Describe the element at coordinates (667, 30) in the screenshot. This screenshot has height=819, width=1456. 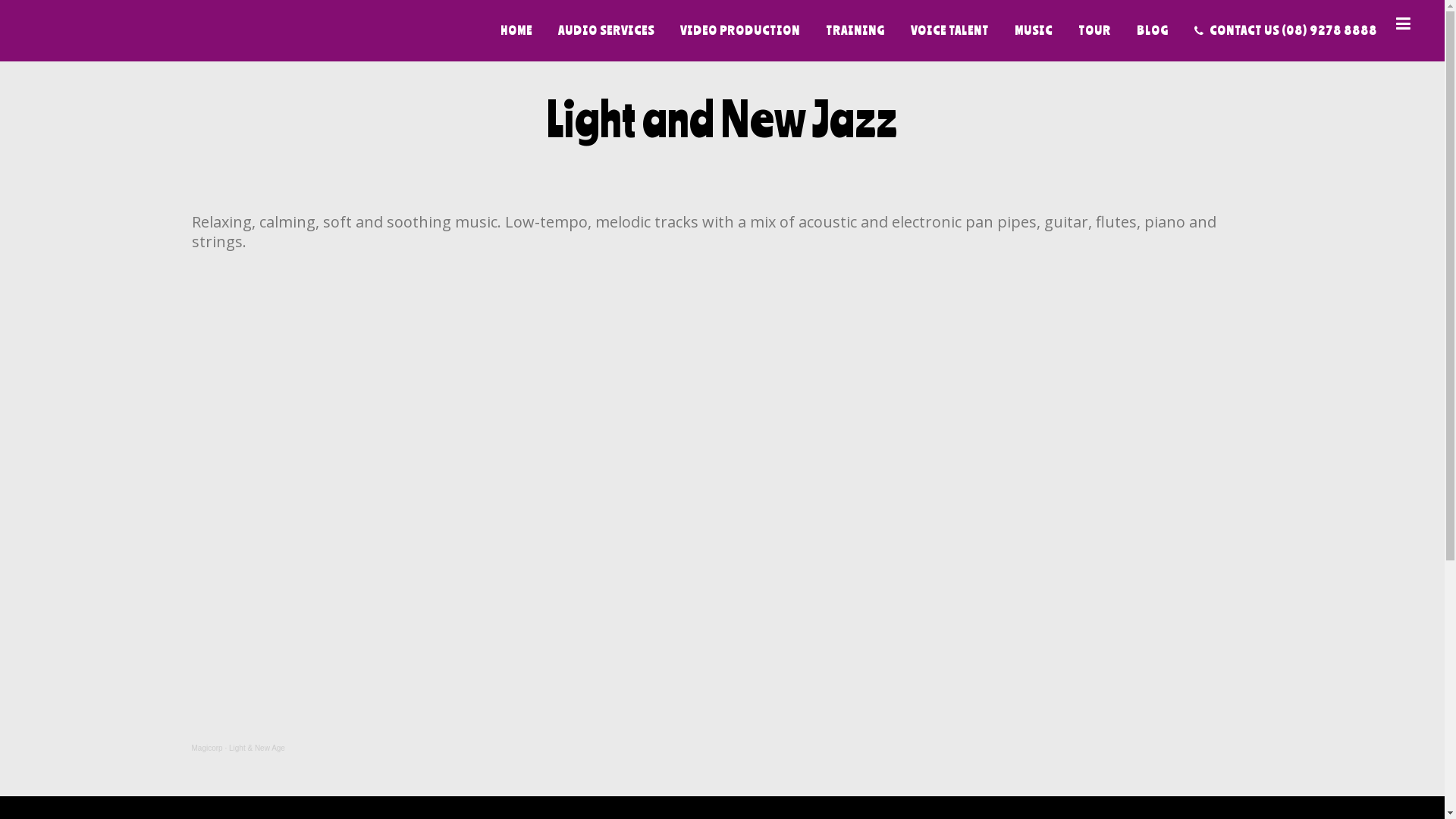
I see `'VIDEO PRODUCTION'` at that location.